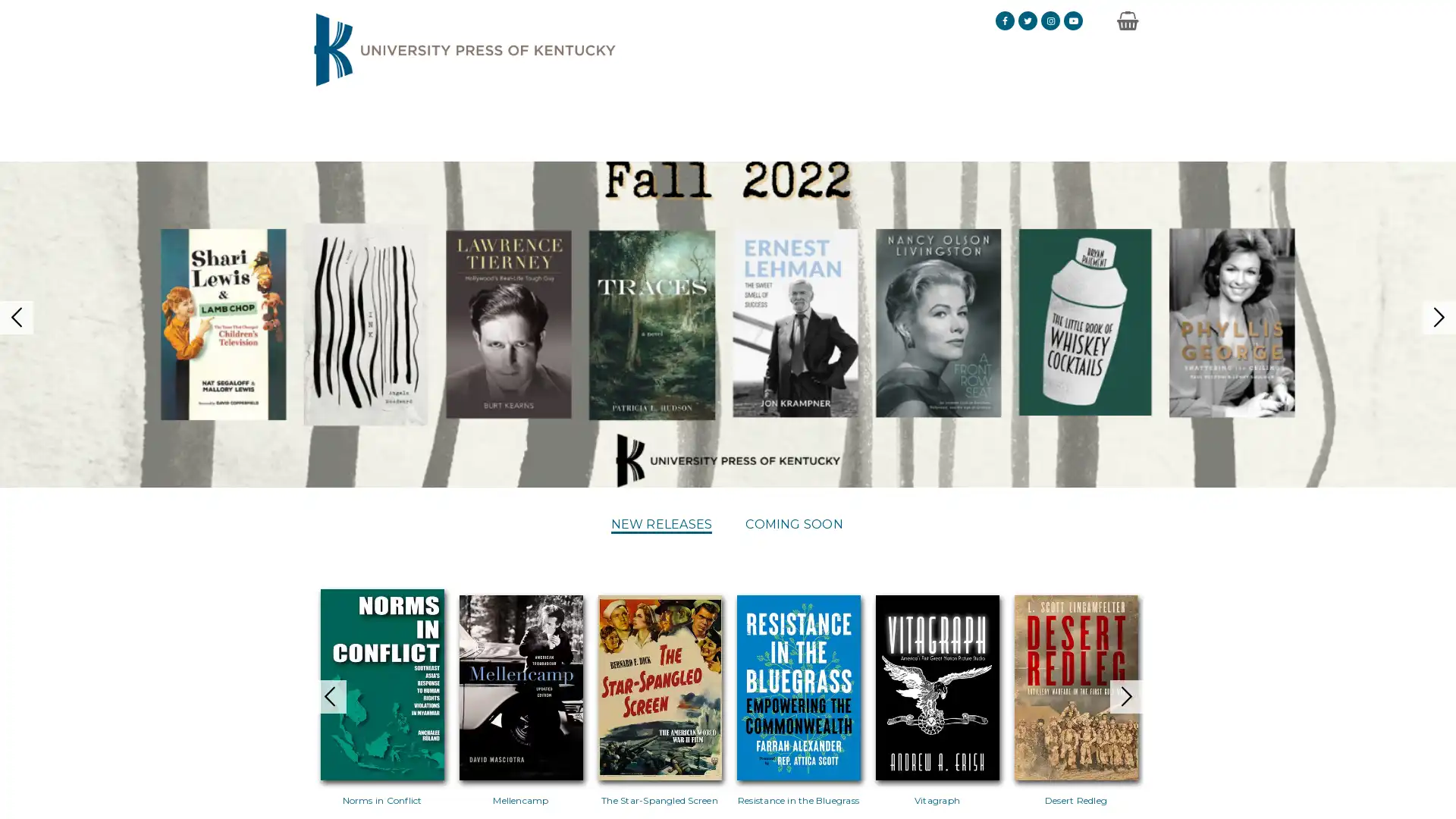 This screenshot has height=819, width=1456. I want to click on SEARCH, so click(1099, 120).